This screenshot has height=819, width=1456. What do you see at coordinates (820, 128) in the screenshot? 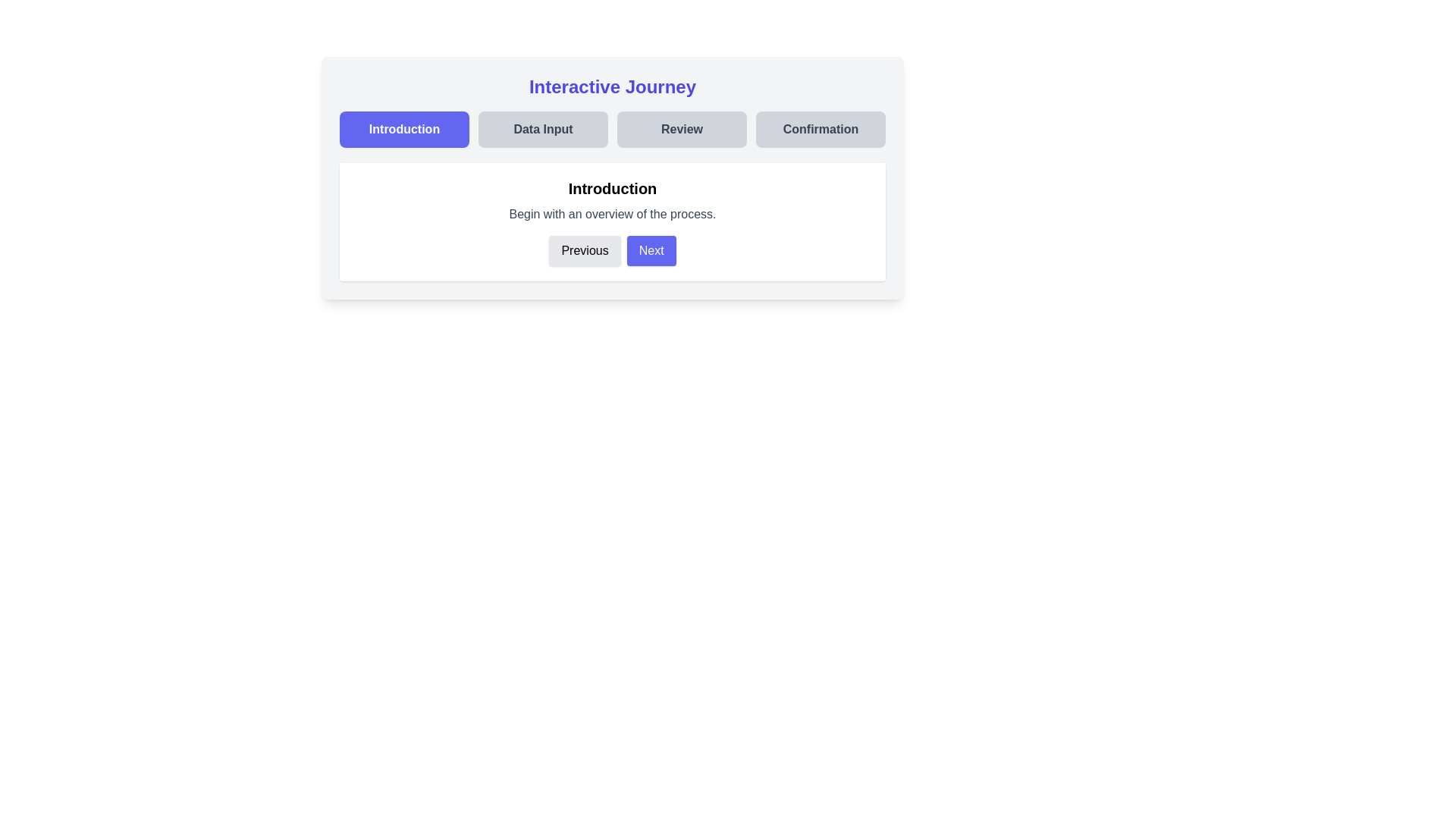
I see `the header navigation step labeled 'Confirmation' to navigate to that step` at bounding box center [820, 128].